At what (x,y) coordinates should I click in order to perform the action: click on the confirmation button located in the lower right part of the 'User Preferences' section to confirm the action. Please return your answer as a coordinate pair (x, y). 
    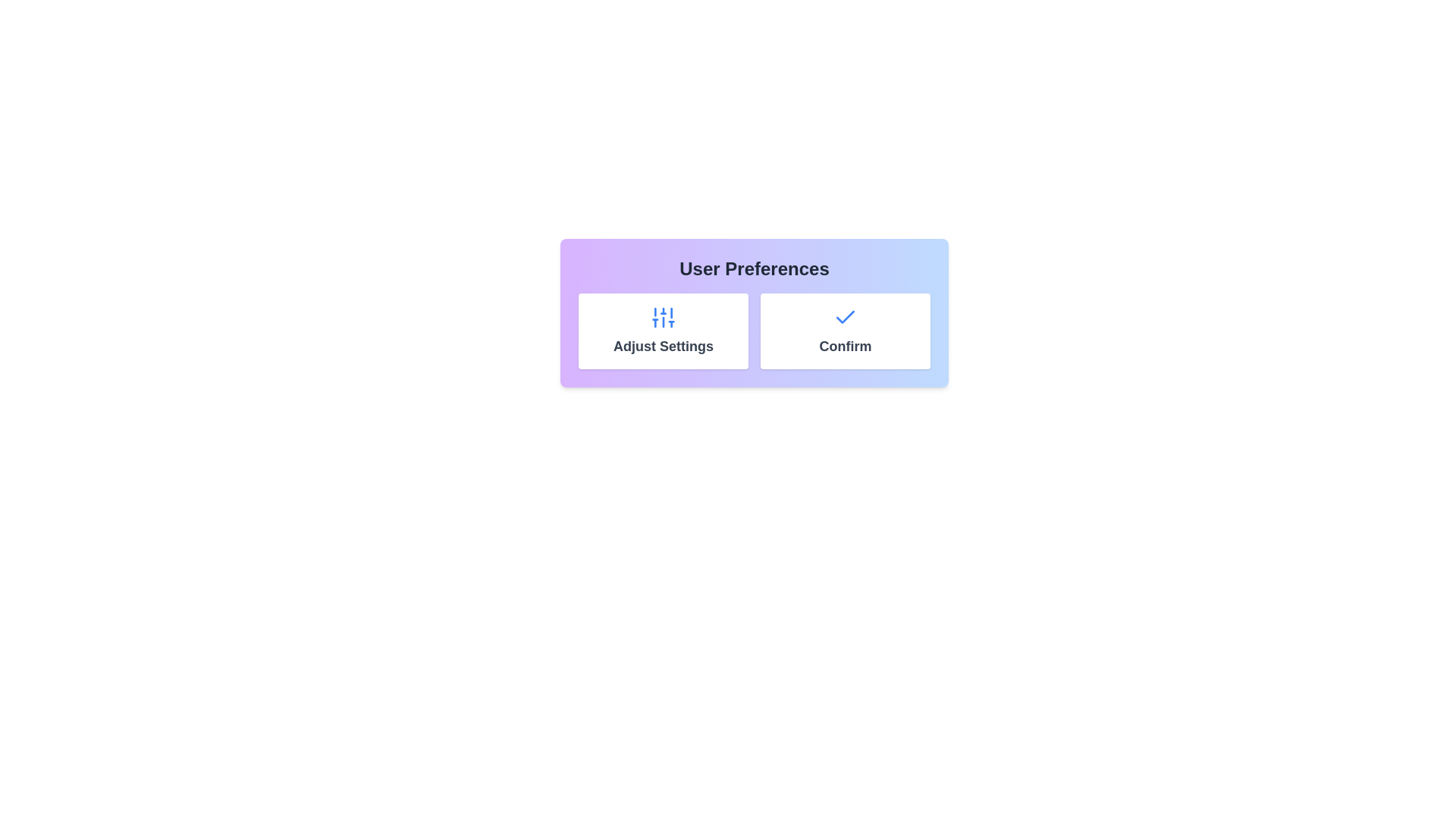
    Looking at the image, I should click on (844, 330).